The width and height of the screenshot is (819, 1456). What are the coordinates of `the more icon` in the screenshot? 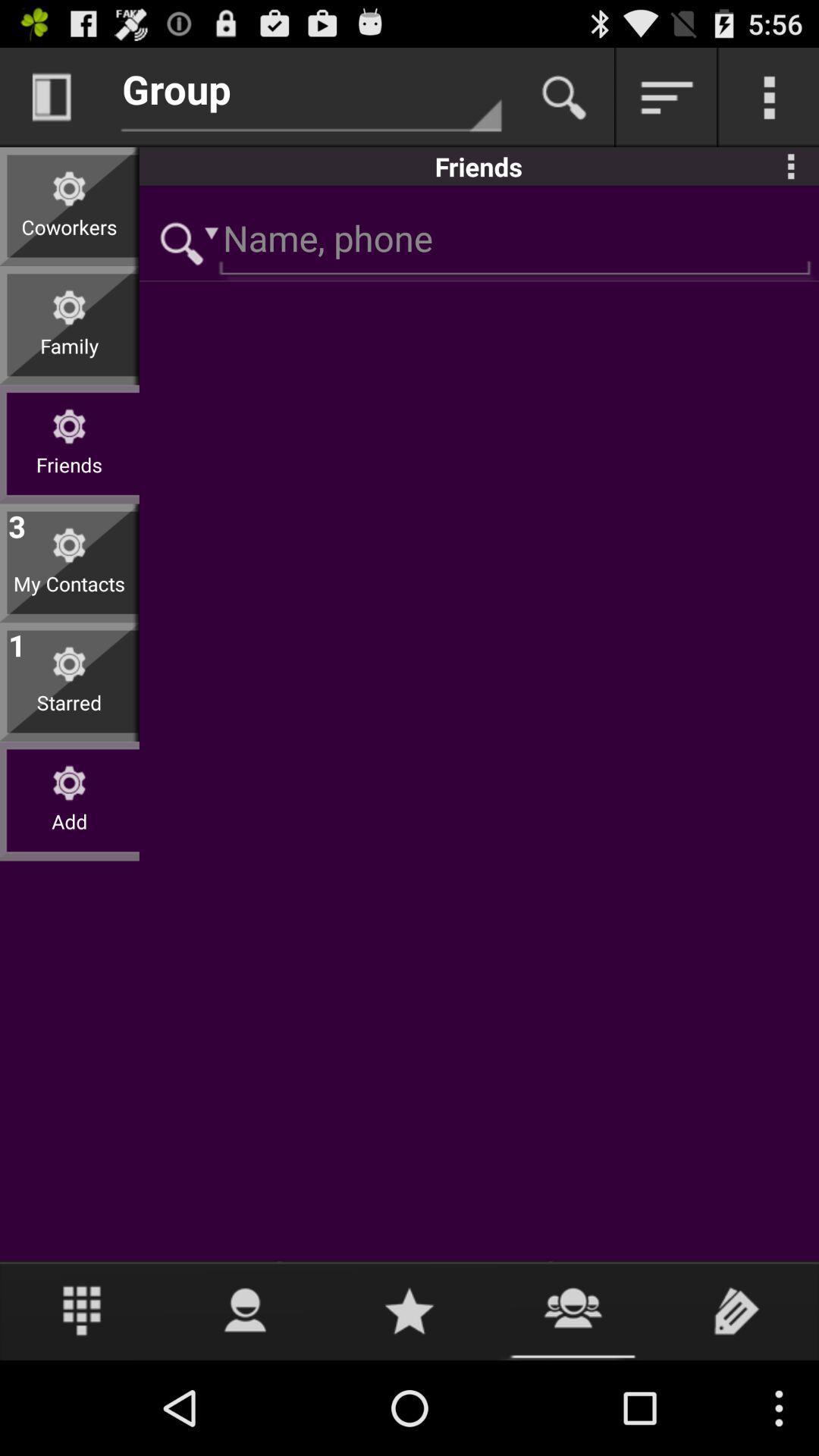 It's located at (790, 178).